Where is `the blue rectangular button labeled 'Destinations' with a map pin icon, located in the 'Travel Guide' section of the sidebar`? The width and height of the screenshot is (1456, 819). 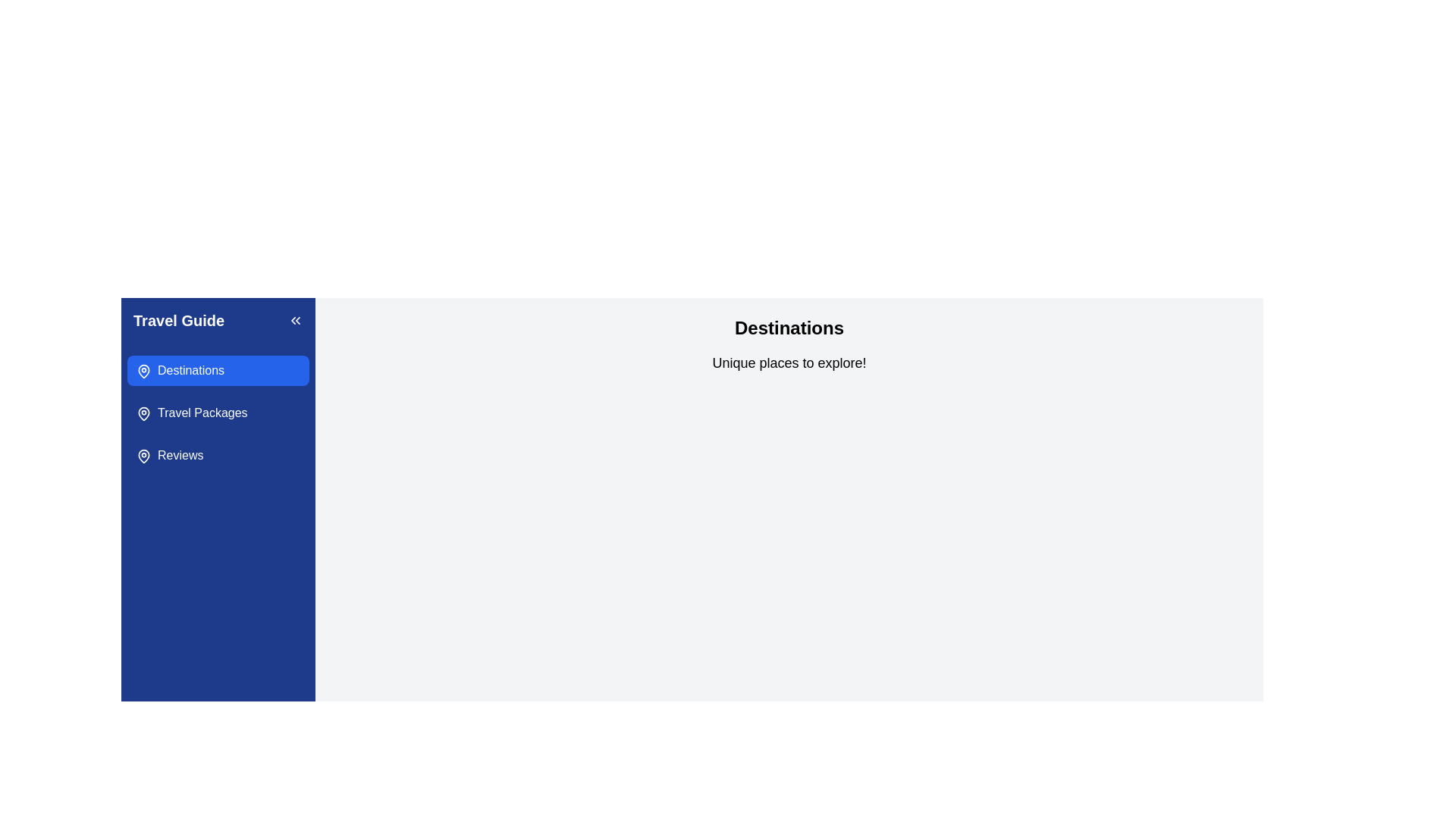 the blue rectangular button labeled 'Destinations' with a map pin icon, located in the 'Travel Guide' section of the sidebar is located at coordinates (218, 371).